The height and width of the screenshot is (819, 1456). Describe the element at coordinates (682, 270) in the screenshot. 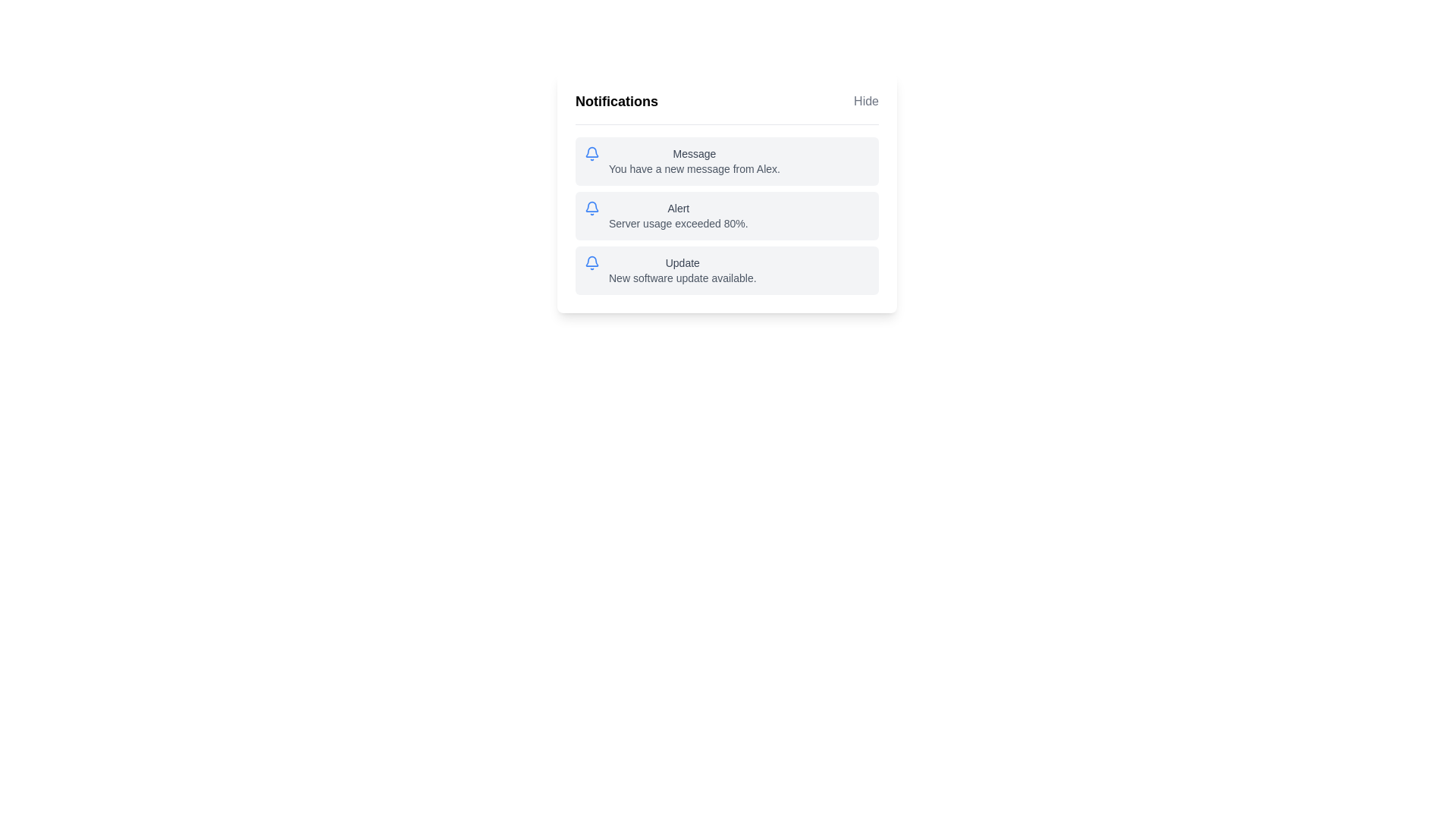

I see `text in the Text Block that provides information about a software update notification, located inside the third notification card below the 'Alert' notification` at that location.